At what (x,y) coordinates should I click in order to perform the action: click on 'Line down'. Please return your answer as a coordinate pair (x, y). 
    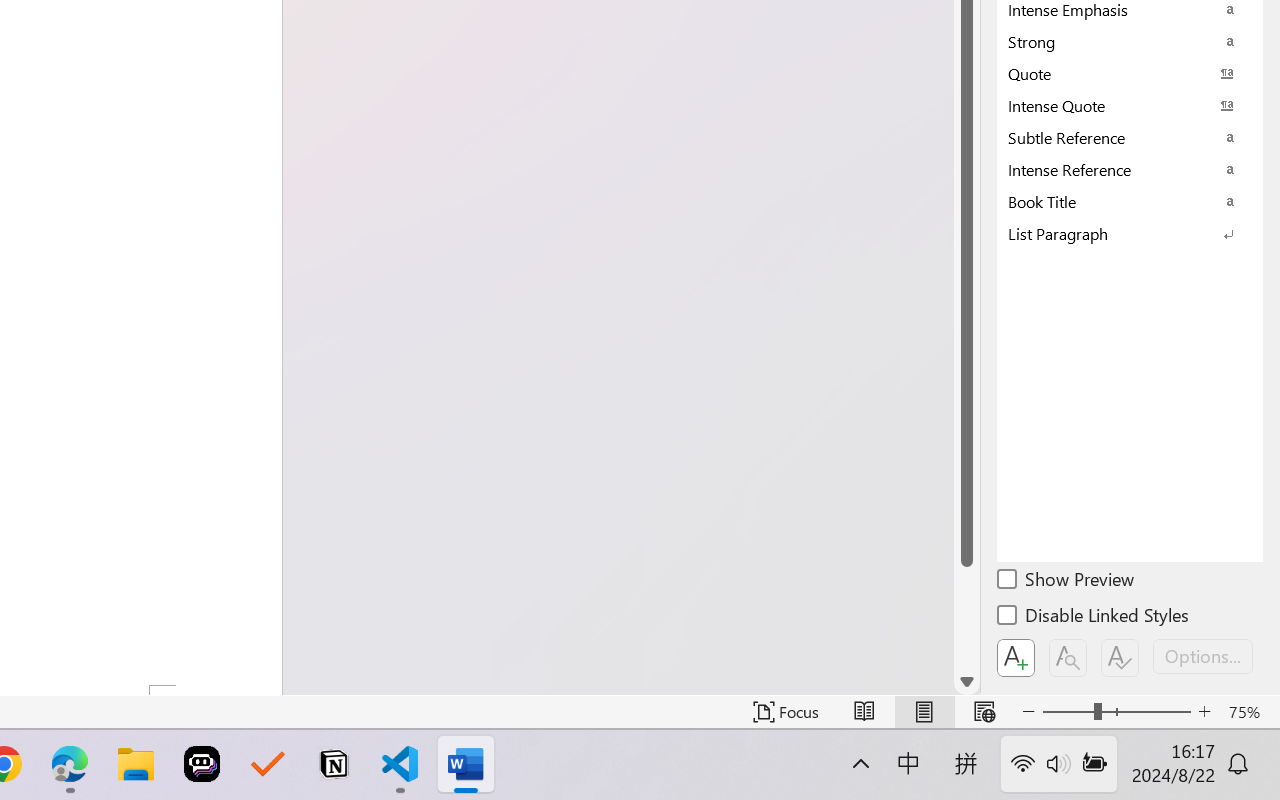
    Looking at the image, I should click on (967, 682).